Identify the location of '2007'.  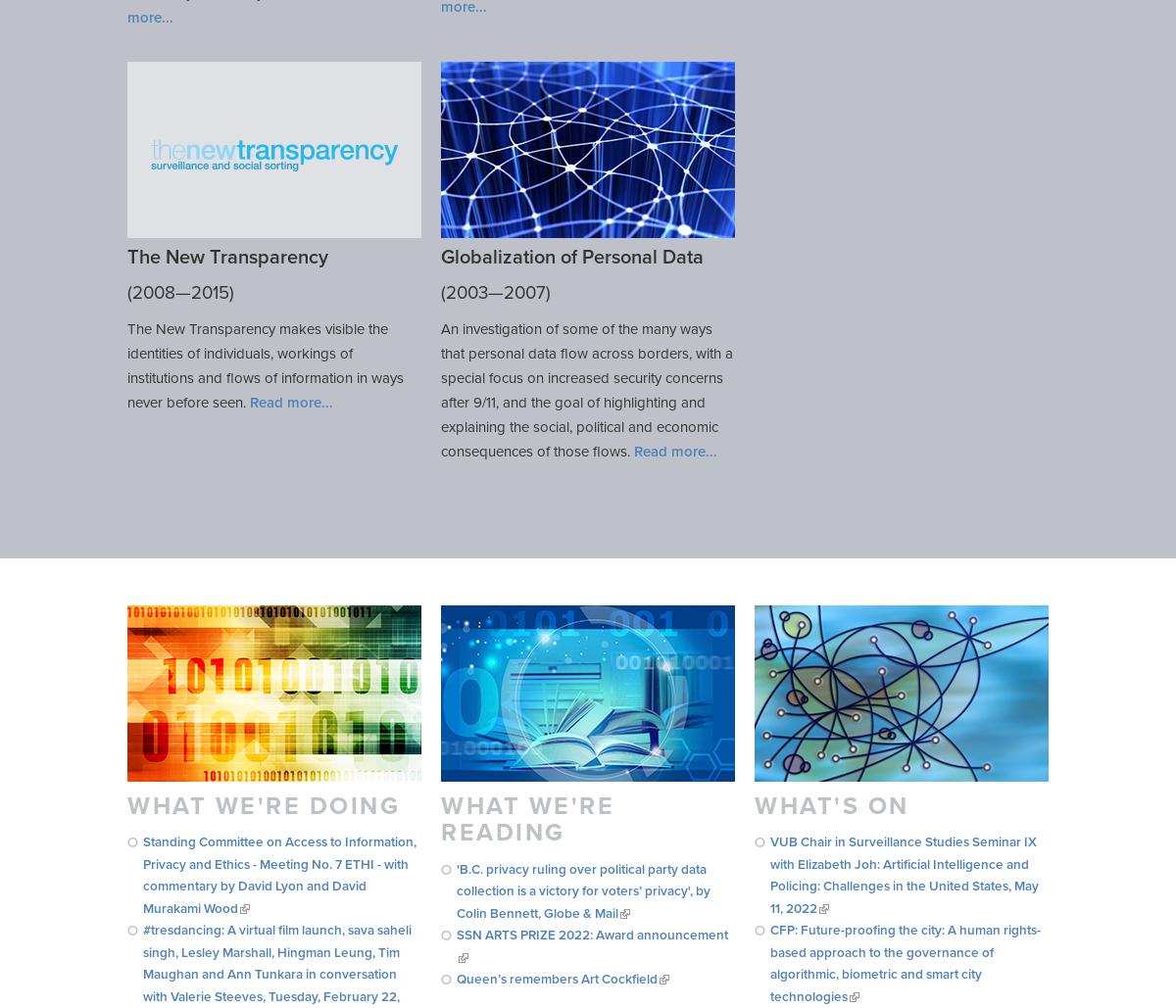
(523, 293).